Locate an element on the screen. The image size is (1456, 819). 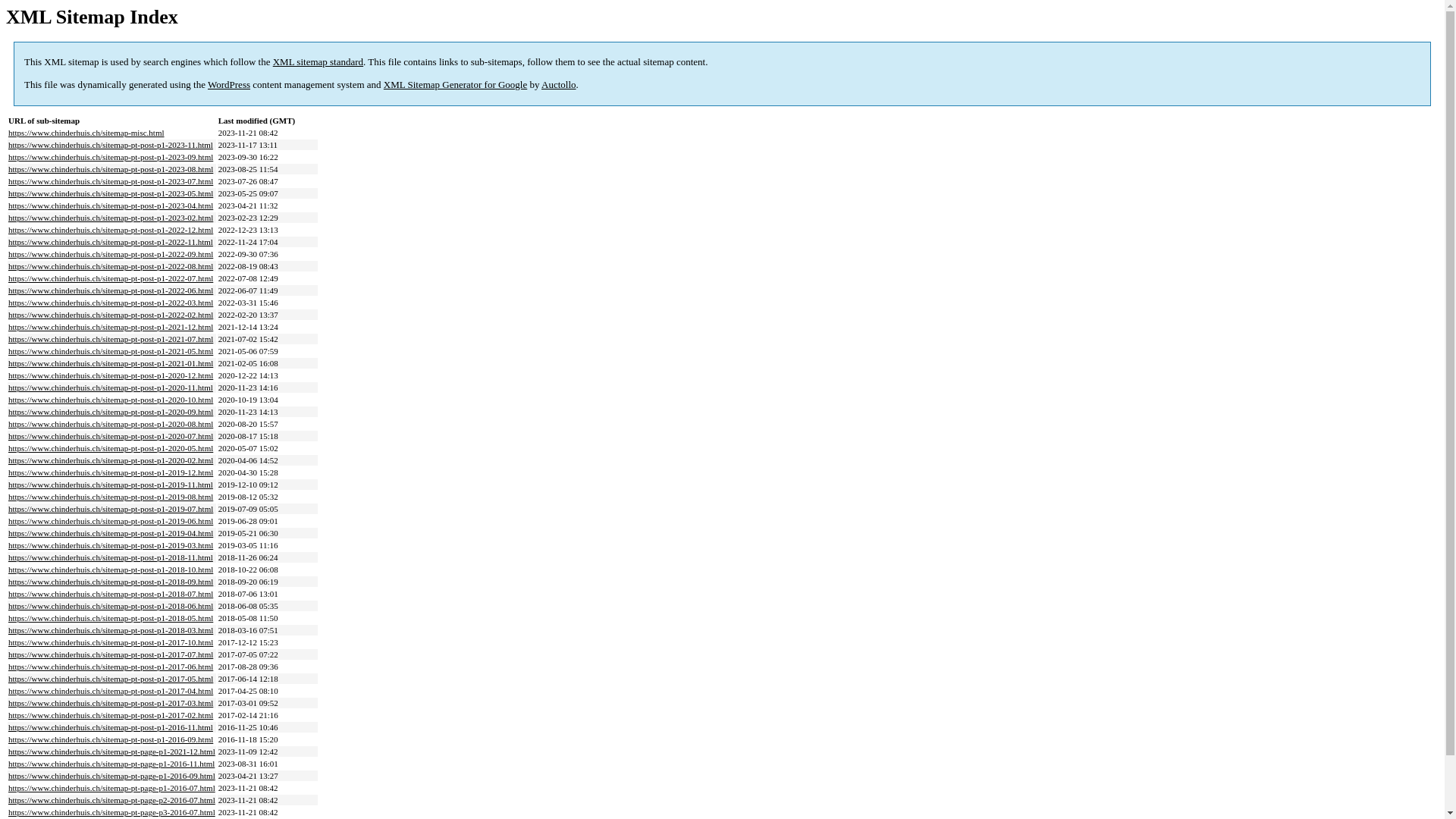
'https://www.chinderhuis.ch/sitemap-pt-post-p1-2020-08.html' is located at coordinates (109, 424).